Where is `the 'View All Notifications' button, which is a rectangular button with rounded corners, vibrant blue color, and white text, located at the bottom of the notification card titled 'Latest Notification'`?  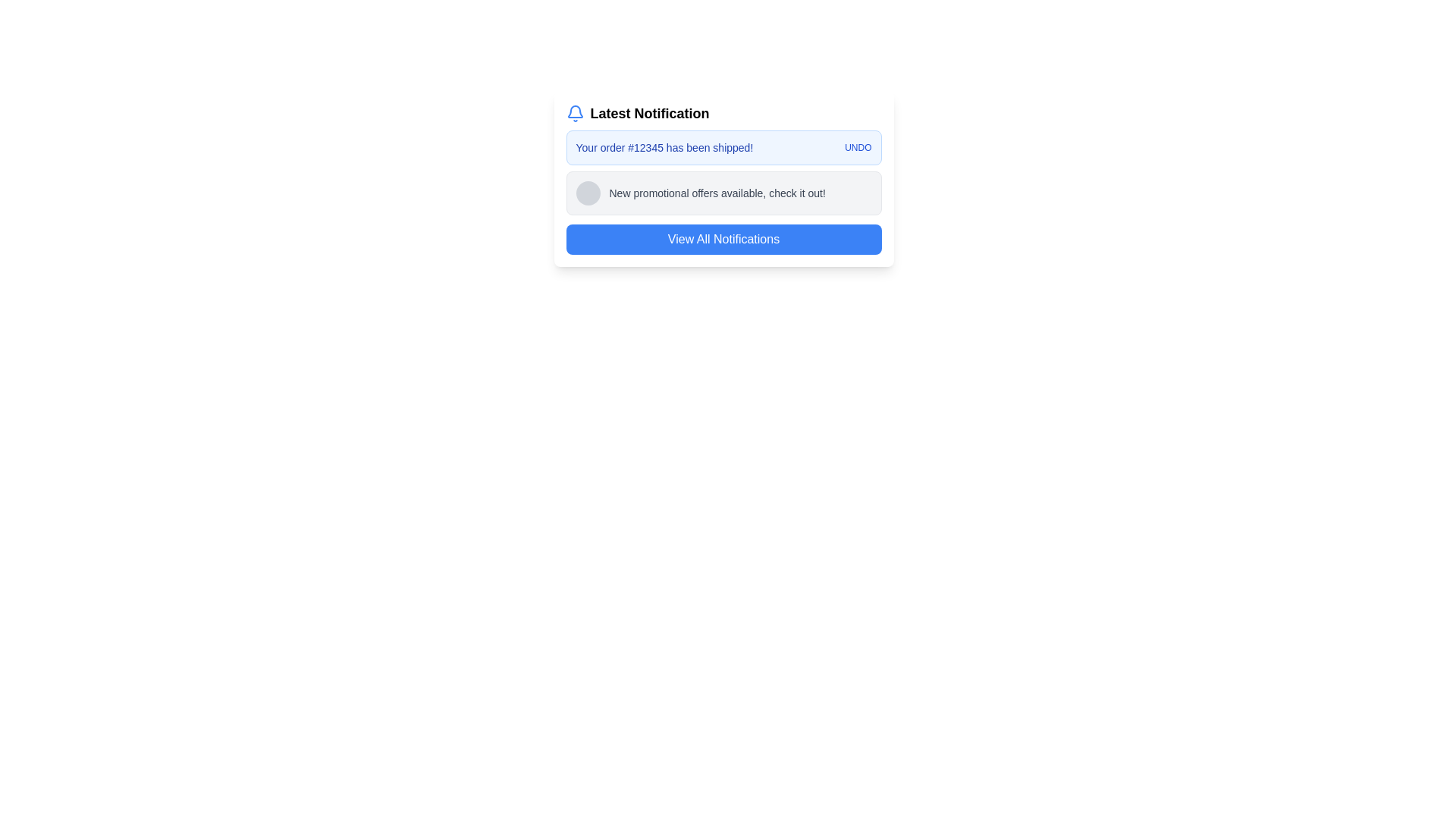
the 'View All Notifications' button, which is a rectangular button with rounded corners, vibrant blue color, and white text, located at the bottom of the notification card titled 'Latest Notification' is located at coordinates (723, 239).